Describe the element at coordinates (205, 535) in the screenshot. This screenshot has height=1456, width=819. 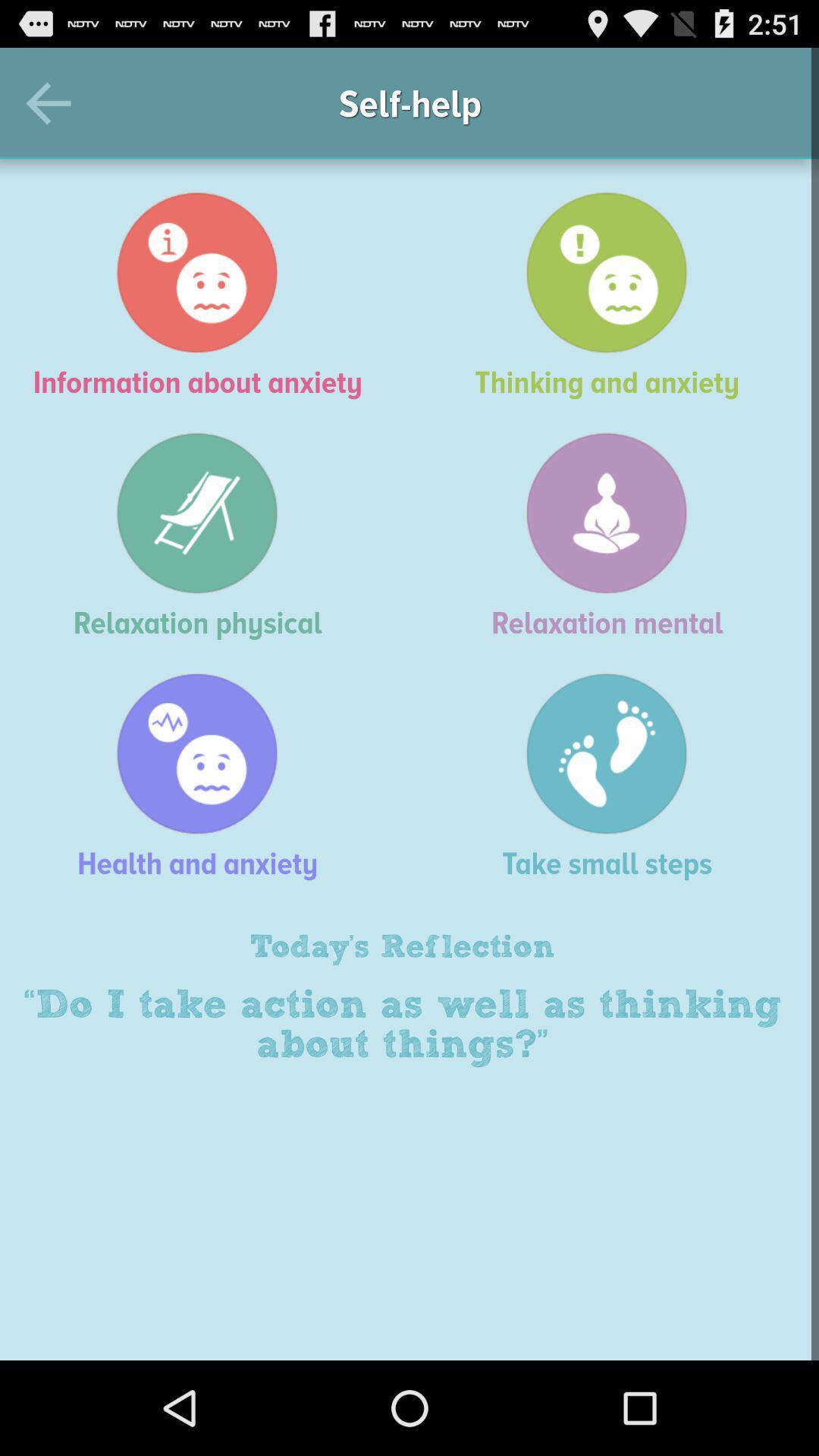
I see `icon to the left of the relaxation mental icon` at that location.